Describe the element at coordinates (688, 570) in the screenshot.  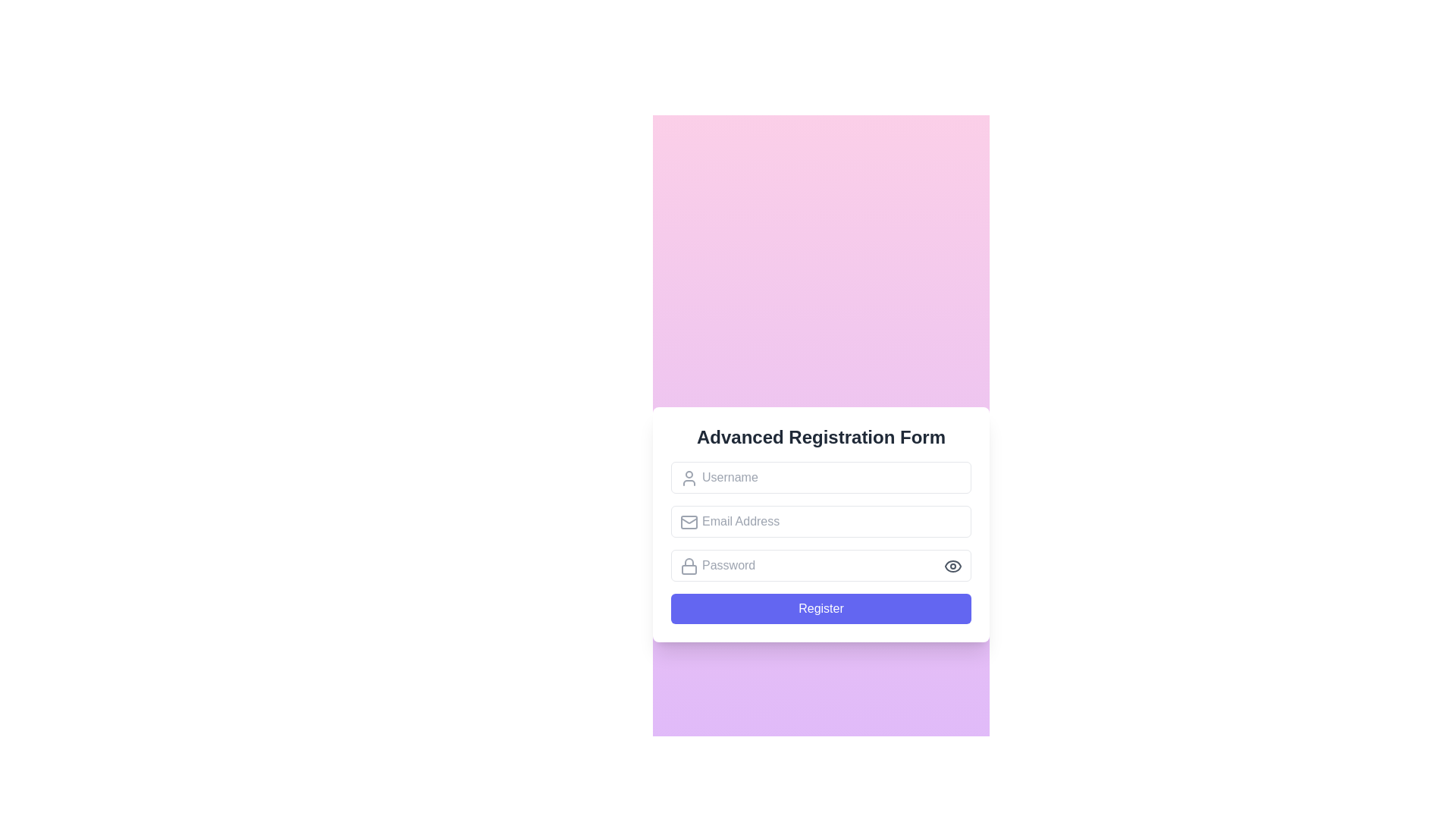
I see `the secure password functionality icon next to the password input field in the registration form` at that location.